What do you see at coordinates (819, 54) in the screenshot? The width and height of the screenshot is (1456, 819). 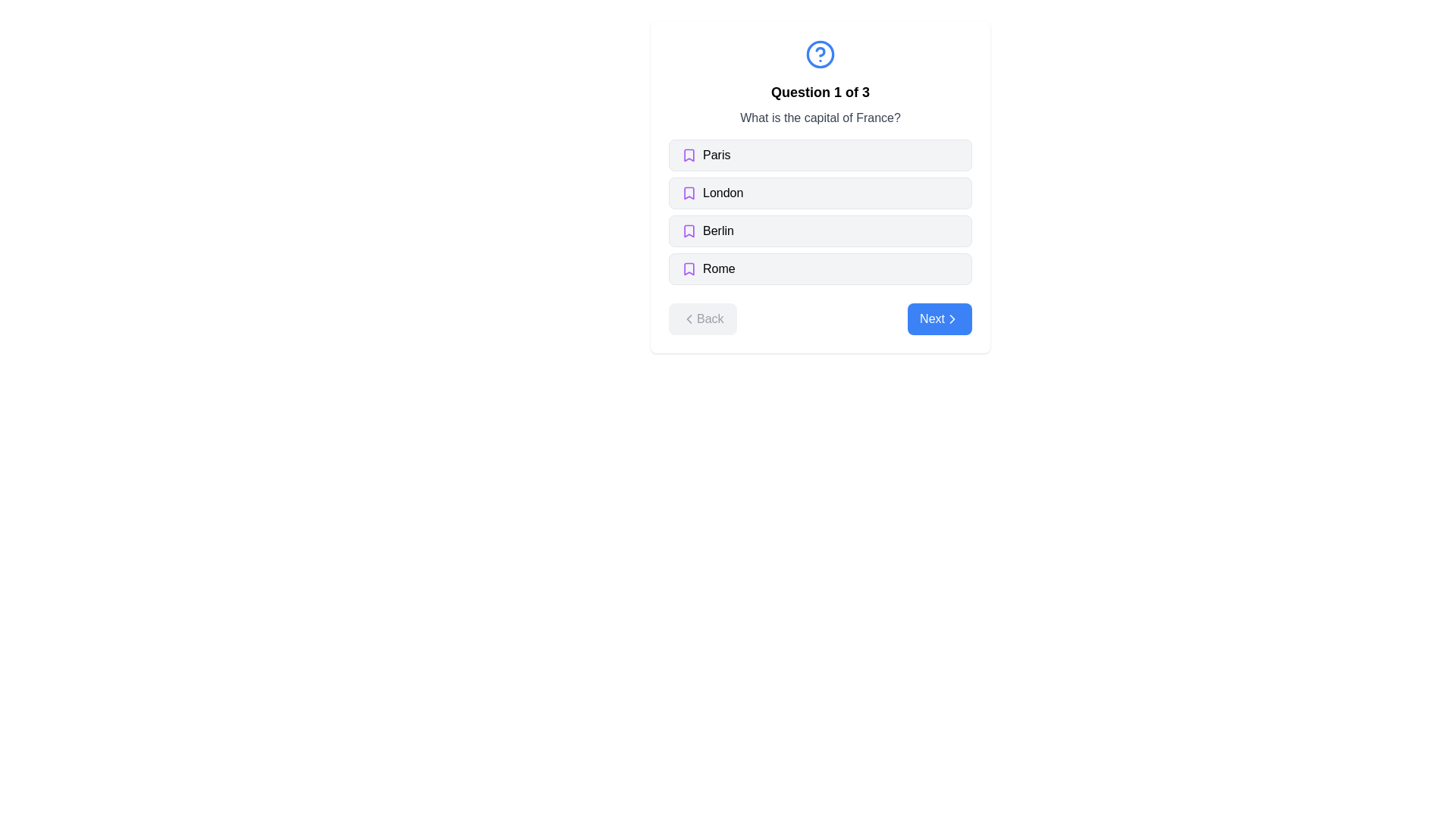 I see `the blue circular help icon located at the top center of the interface, which features a smaller concentric circle inside` at bounding box center [819, 54].